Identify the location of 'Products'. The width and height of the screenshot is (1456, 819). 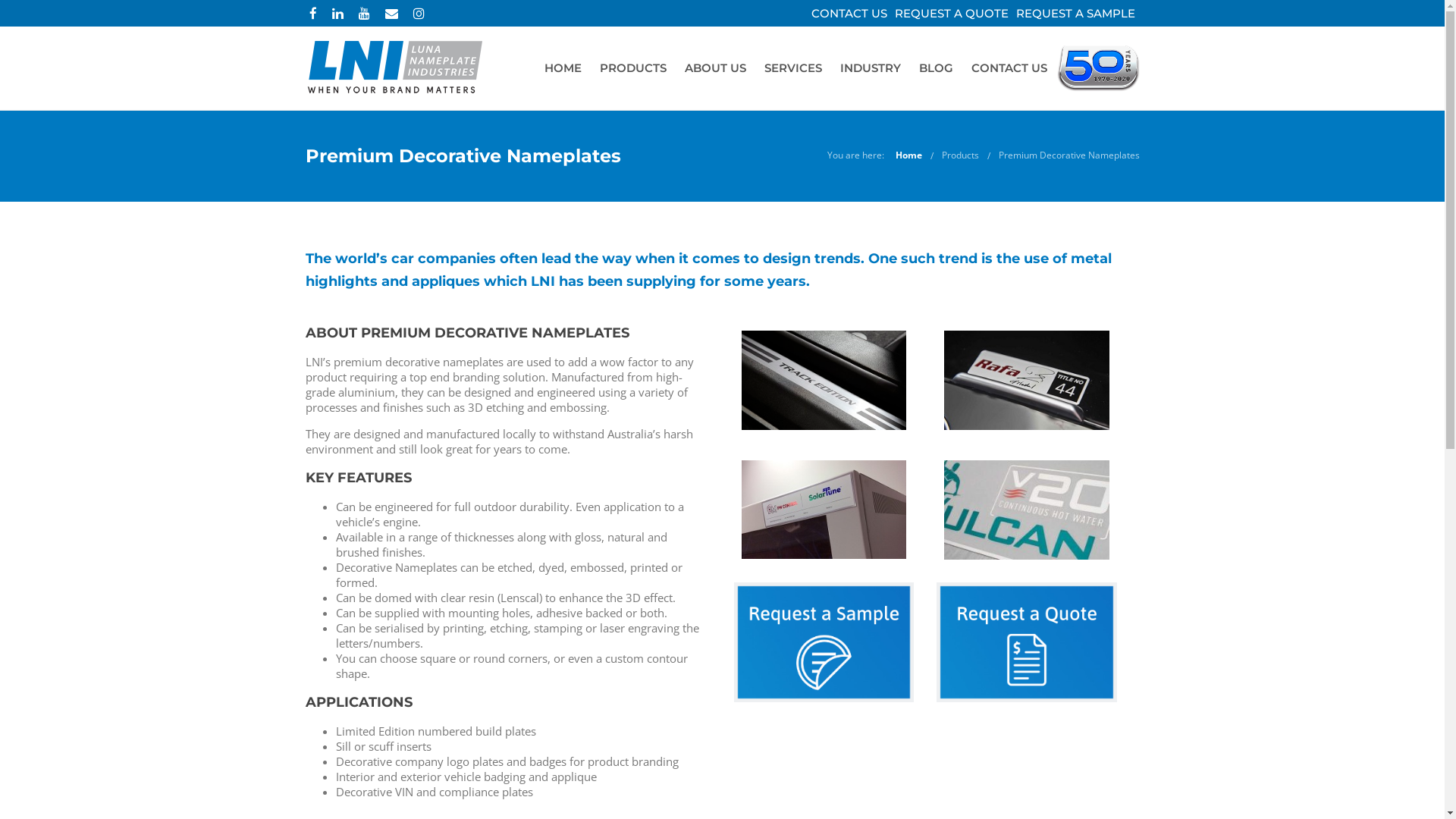
(959, 155).